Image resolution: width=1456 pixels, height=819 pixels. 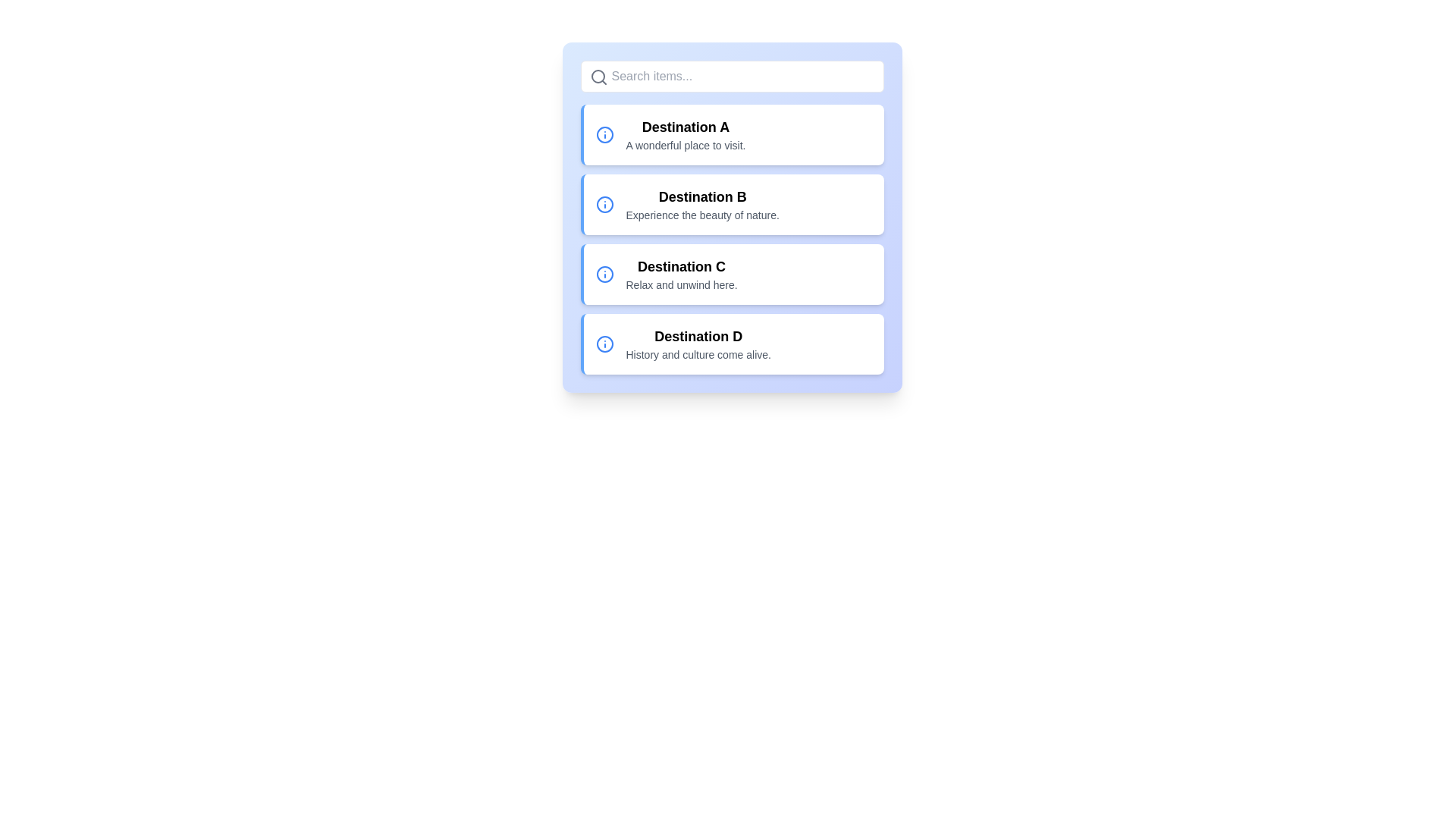 I want to click on destination details by clicking on the text label for 'Destination C', which is located in the third row of destination cards, styled with a white background and a left blue border, so click(x=681, y=275).